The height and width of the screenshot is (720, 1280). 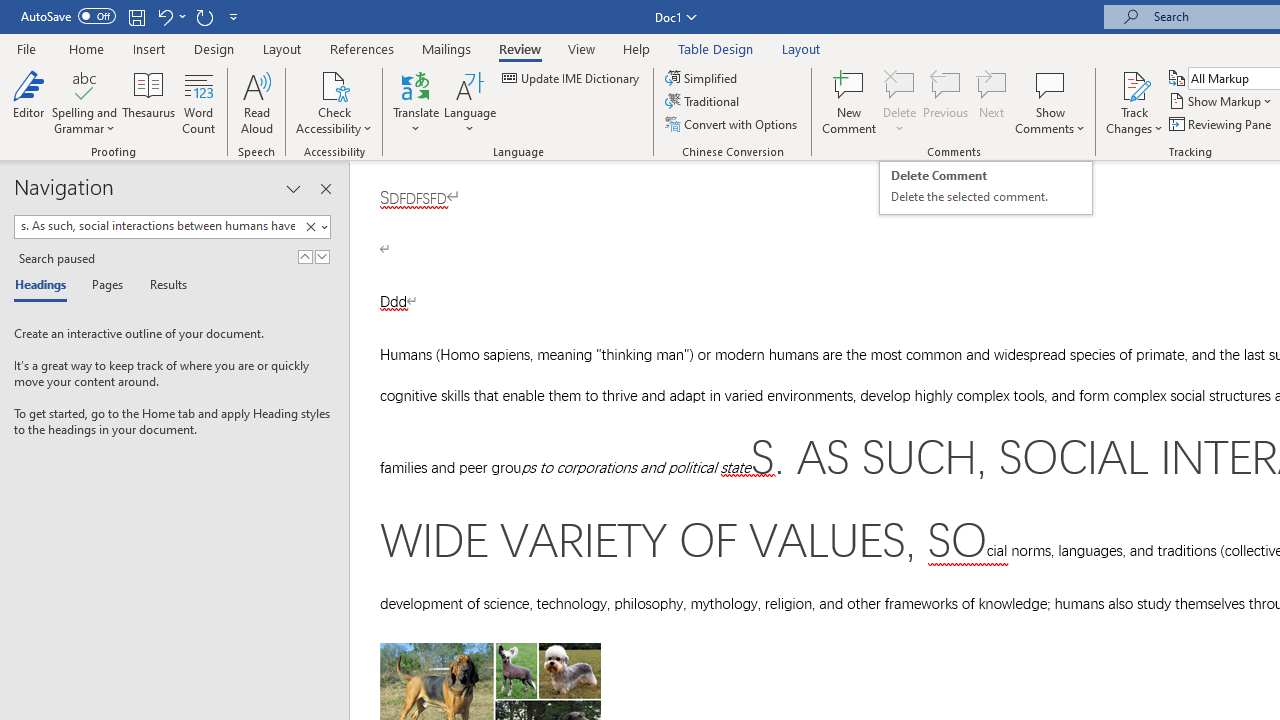 What do you see at coordinates (1221, 101) in the screenshot?
I see `'Show Markup'` at bounding box center [1221, 101].